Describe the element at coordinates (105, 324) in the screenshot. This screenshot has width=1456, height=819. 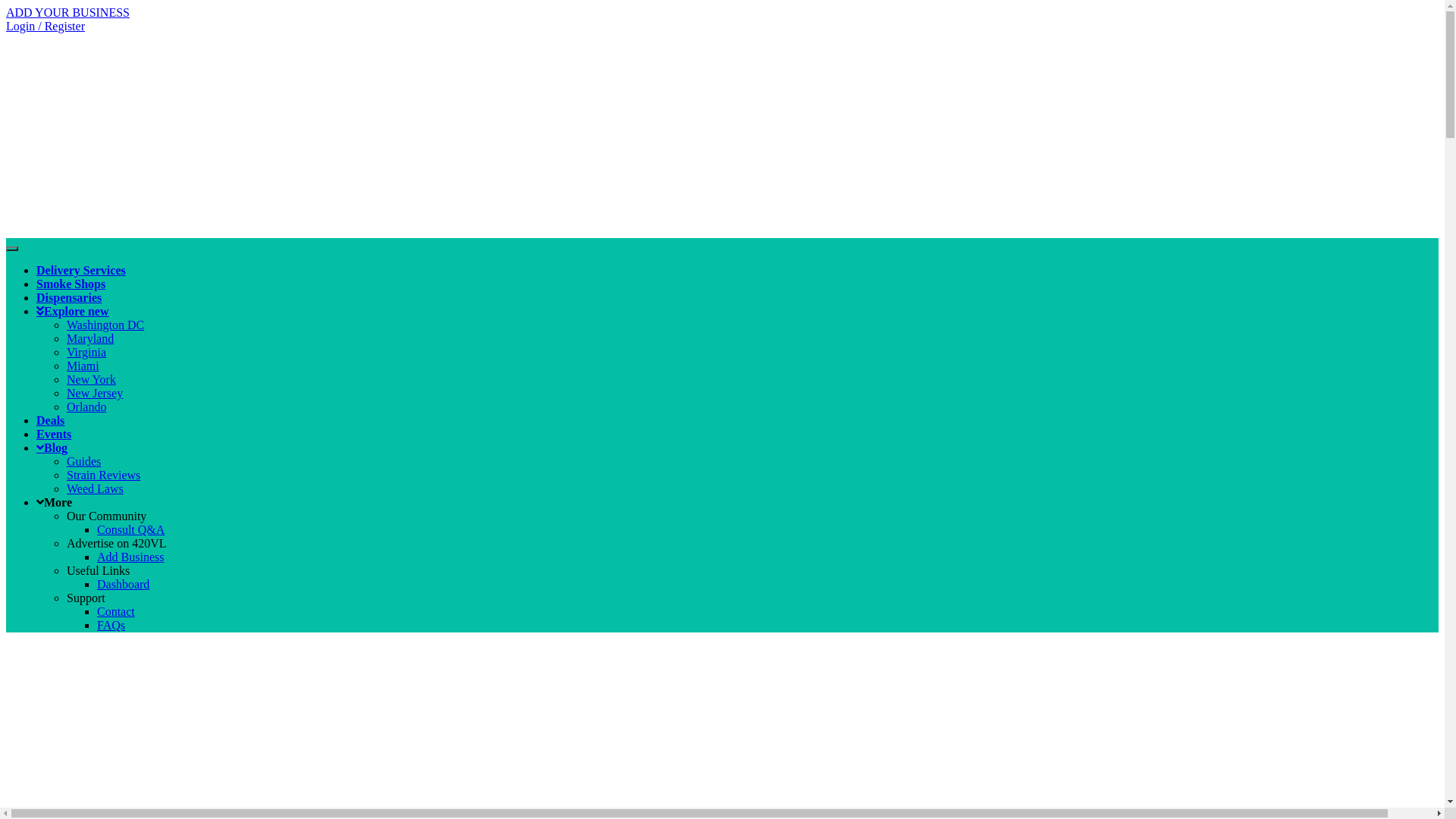
I see `'Washington DC'` at that location.